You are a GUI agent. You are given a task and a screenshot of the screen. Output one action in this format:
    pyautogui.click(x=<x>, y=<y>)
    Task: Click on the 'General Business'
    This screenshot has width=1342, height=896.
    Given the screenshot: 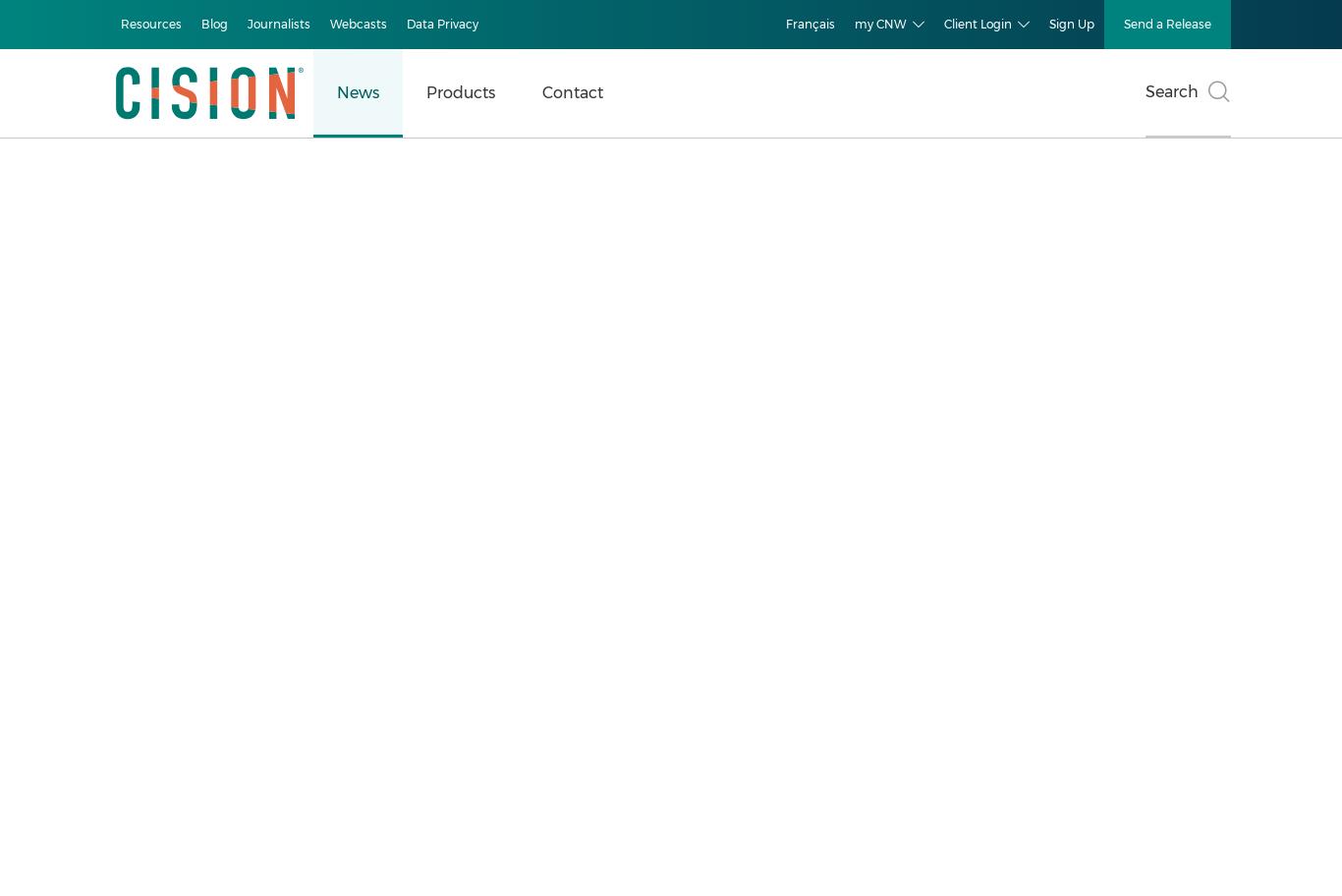 What is the action you would take?
    pyautogui.click(x=134, y=520)
    